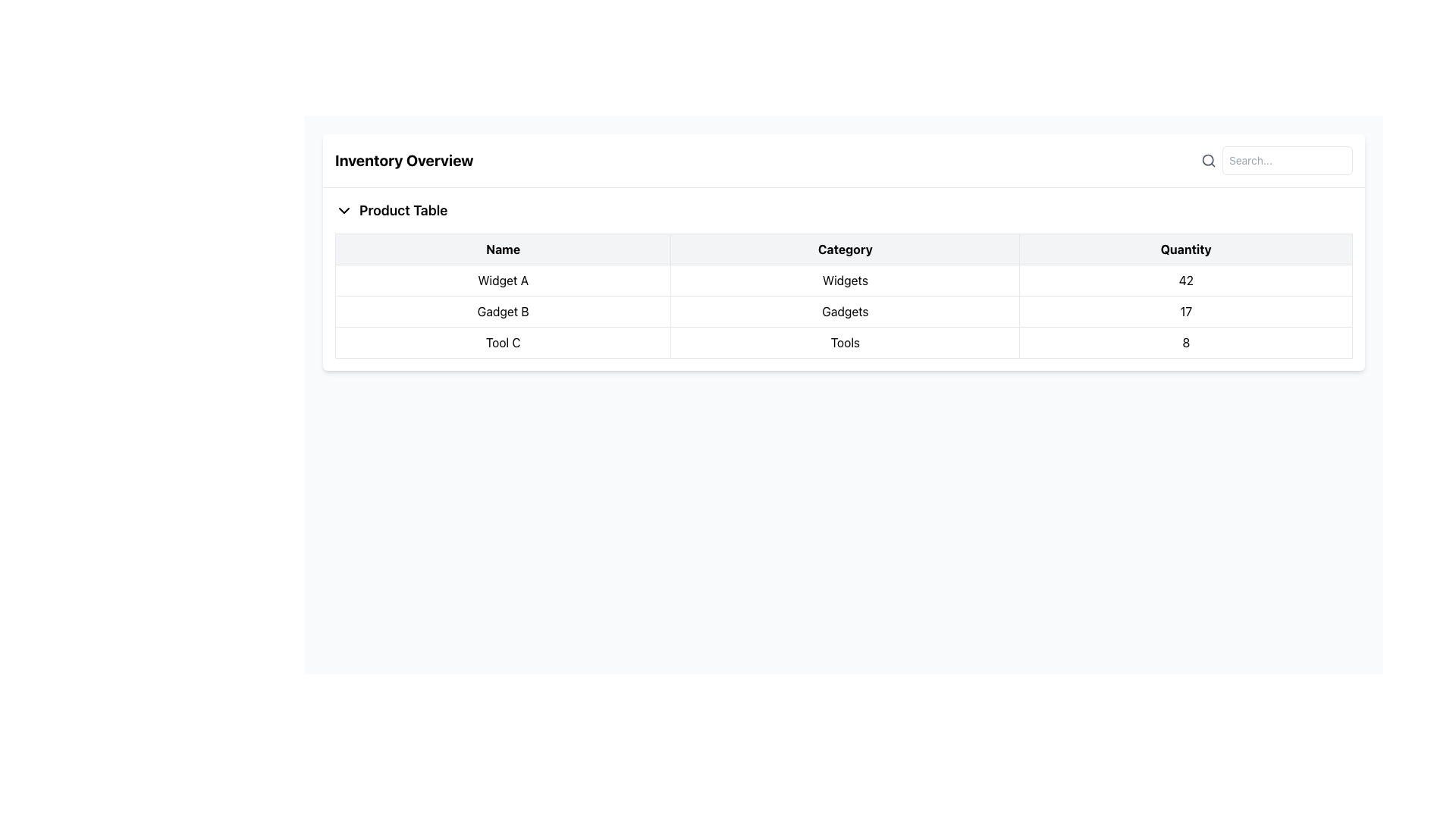 The width and height of the screenshot is (1456, 819). What do you see at coordinates (844, 248) in the screenshot?
I see `the 'Category' table header located in the second column of the table, between the 'Name' and 'Quantity' headers` at bounding box center [844, 248].